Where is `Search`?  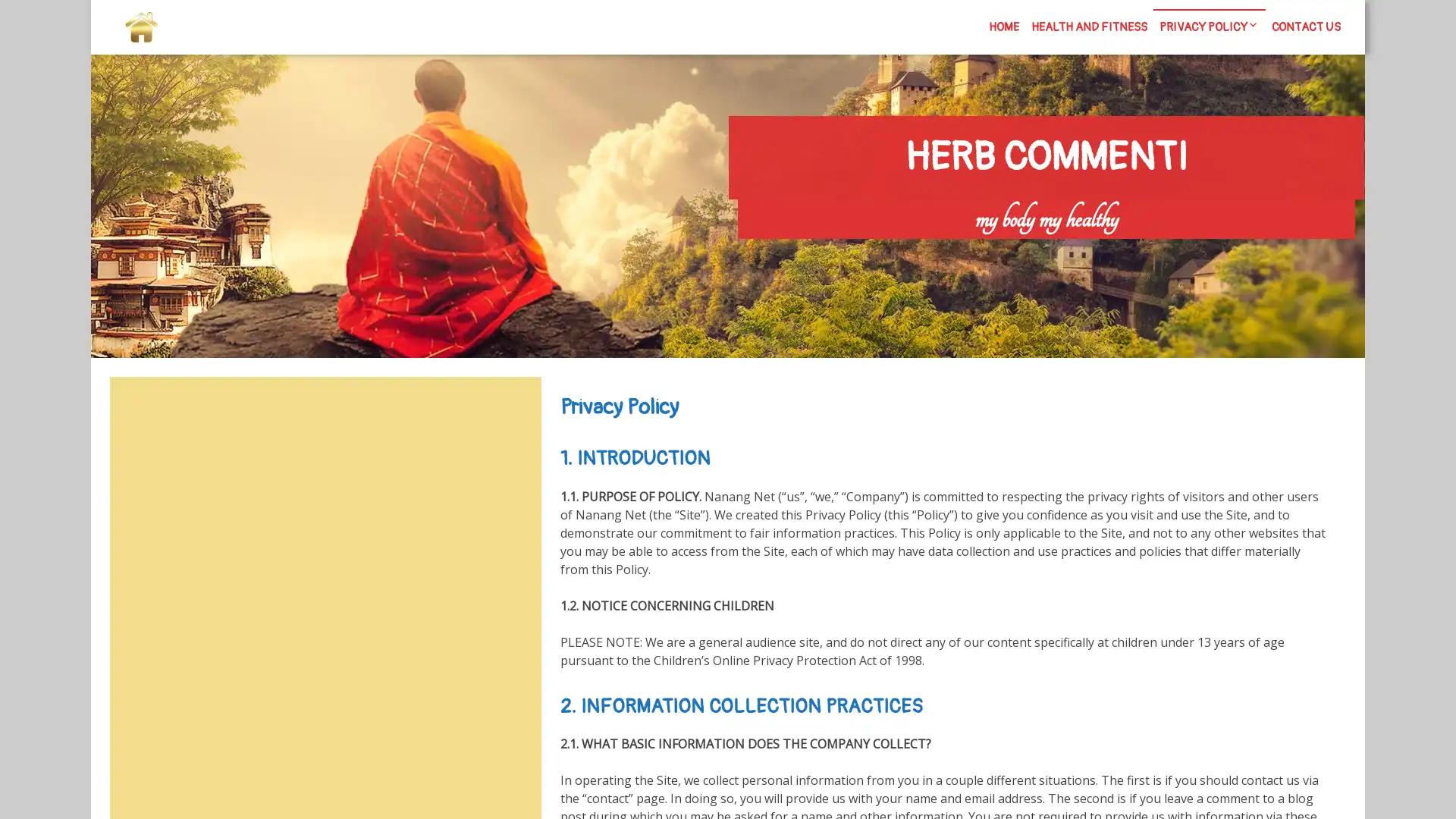
Search is located at coordinates (1181, 248).